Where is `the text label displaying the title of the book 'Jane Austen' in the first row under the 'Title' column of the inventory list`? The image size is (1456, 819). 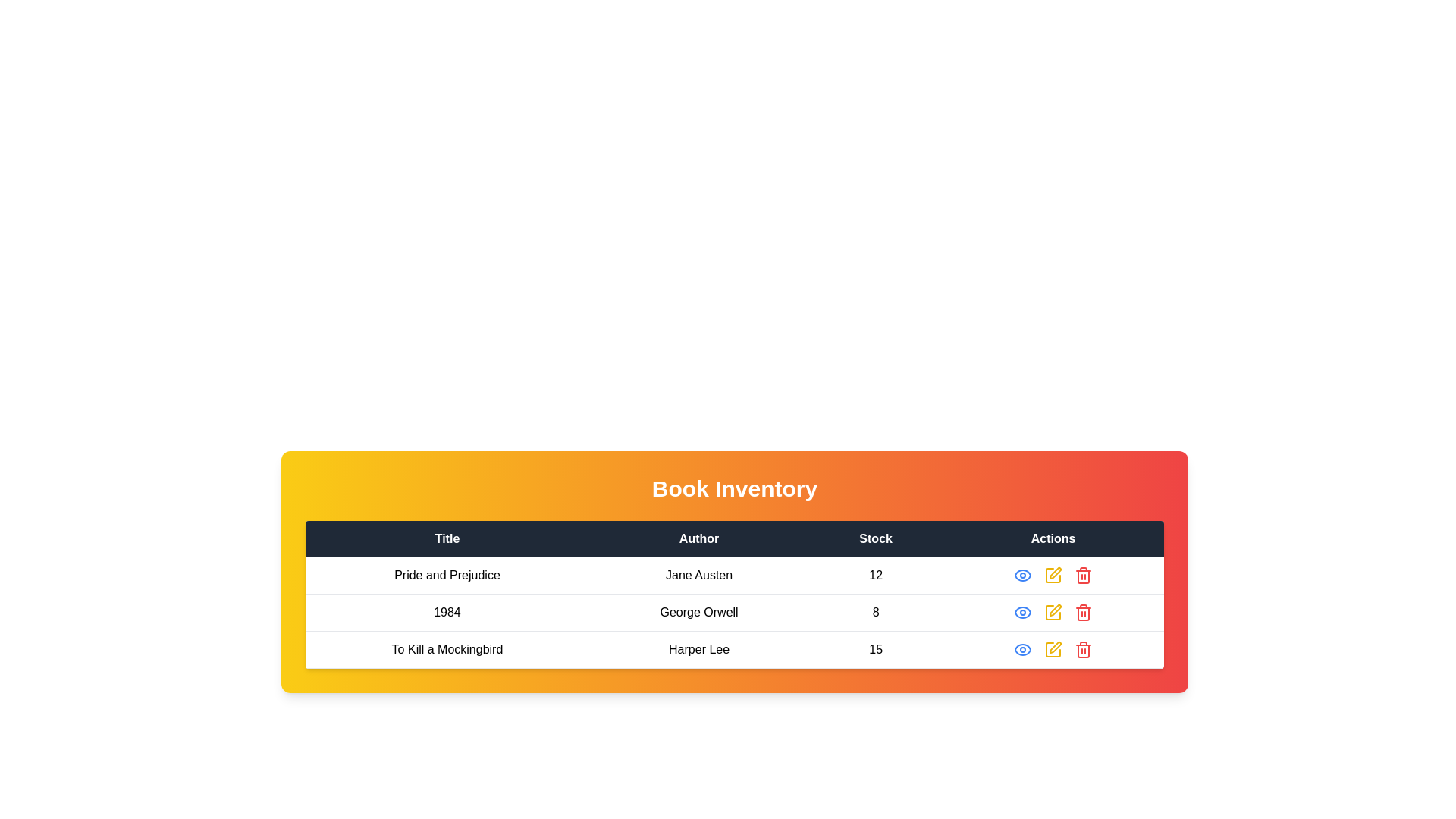
the text label displaying the title of the book 'Jane Austen' in the first row under the 'Title' column of the inventory list is located at coordinates (447, 576).